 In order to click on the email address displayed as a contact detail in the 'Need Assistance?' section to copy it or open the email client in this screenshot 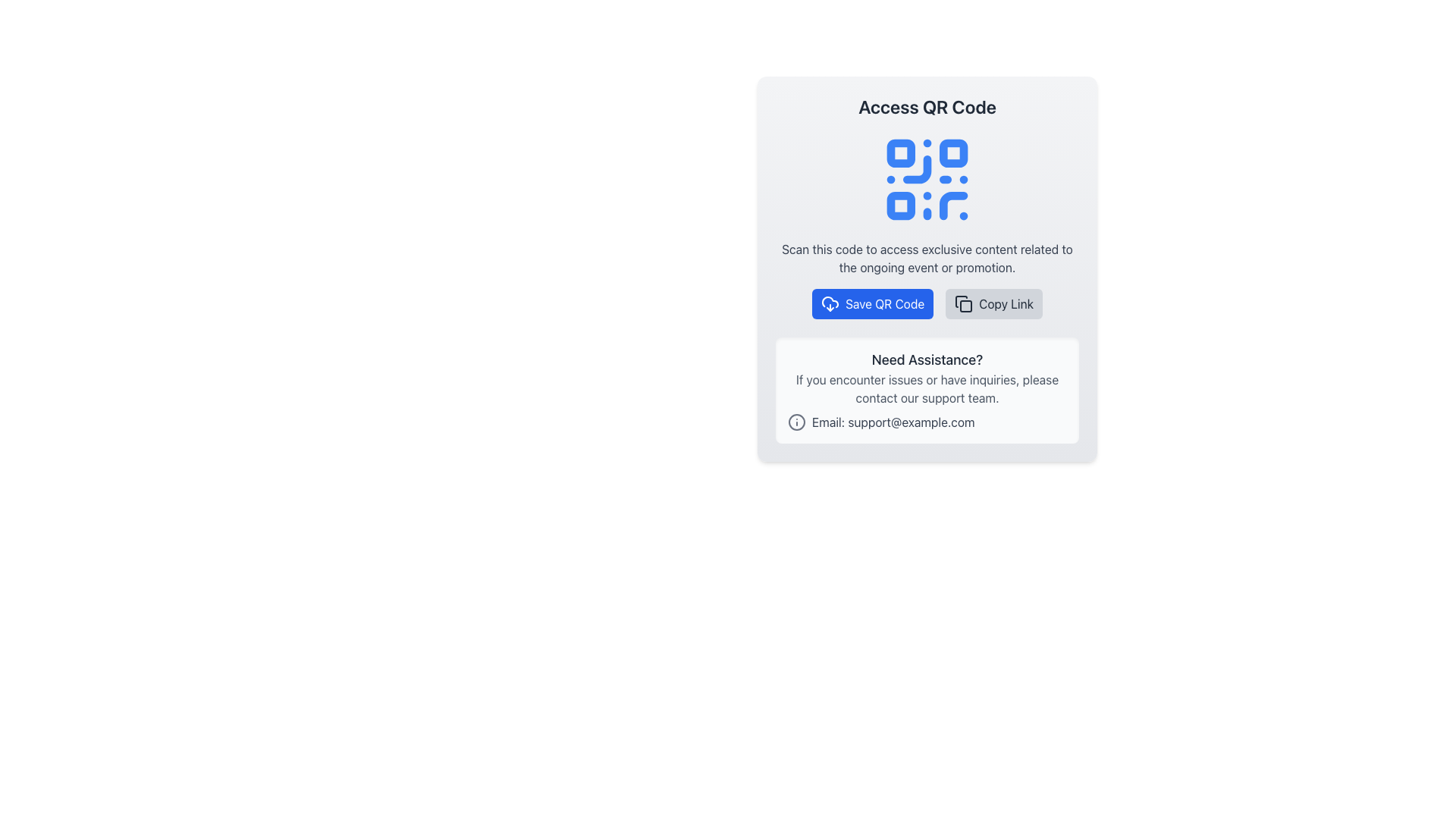, I will do `click(927, 422)`.